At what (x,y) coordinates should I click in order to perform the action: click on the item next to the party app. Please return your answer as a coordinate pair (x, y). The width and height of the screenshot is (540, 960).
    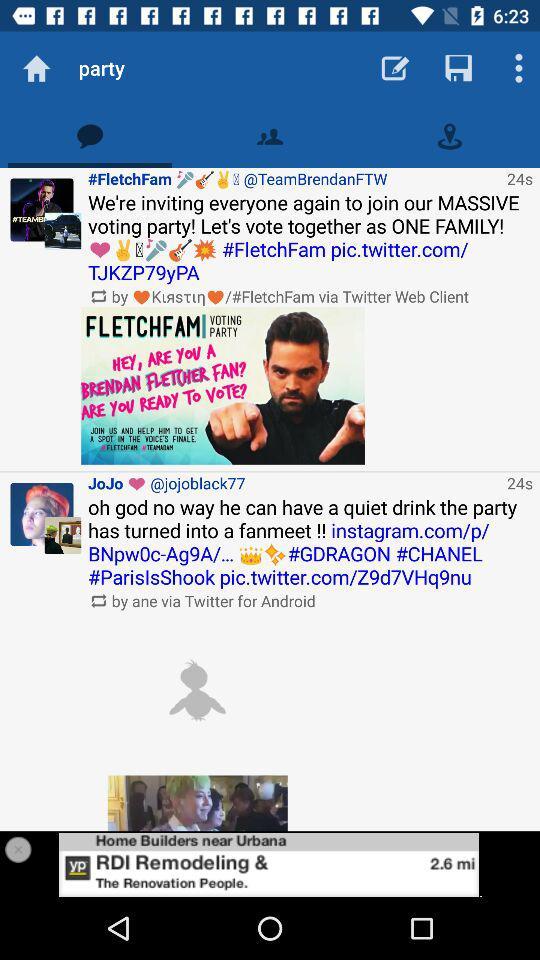
    Looking at the image, I should click on (36, 68).